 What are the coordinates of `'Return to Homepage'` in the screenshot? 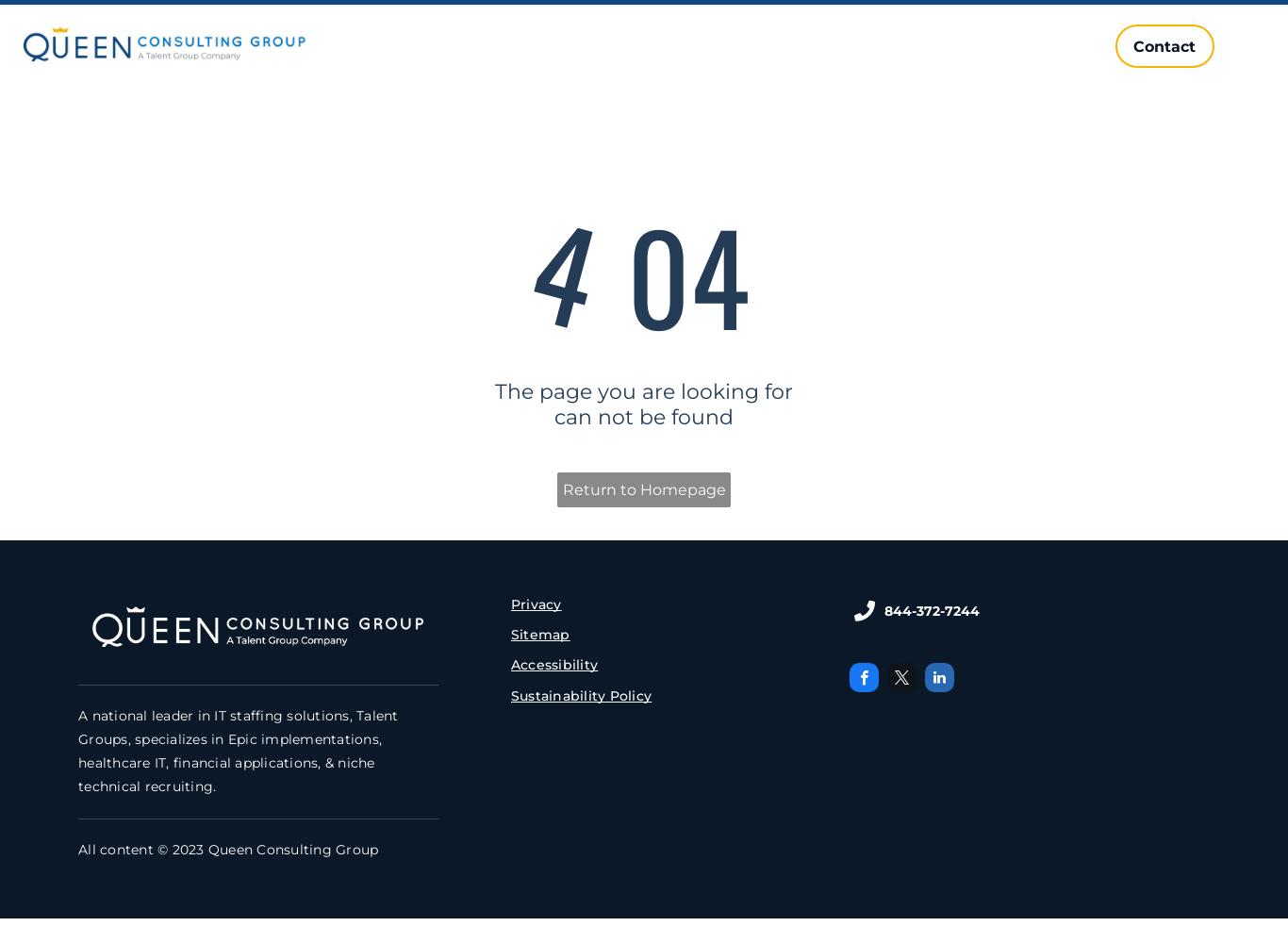 It's located at (642, 489).